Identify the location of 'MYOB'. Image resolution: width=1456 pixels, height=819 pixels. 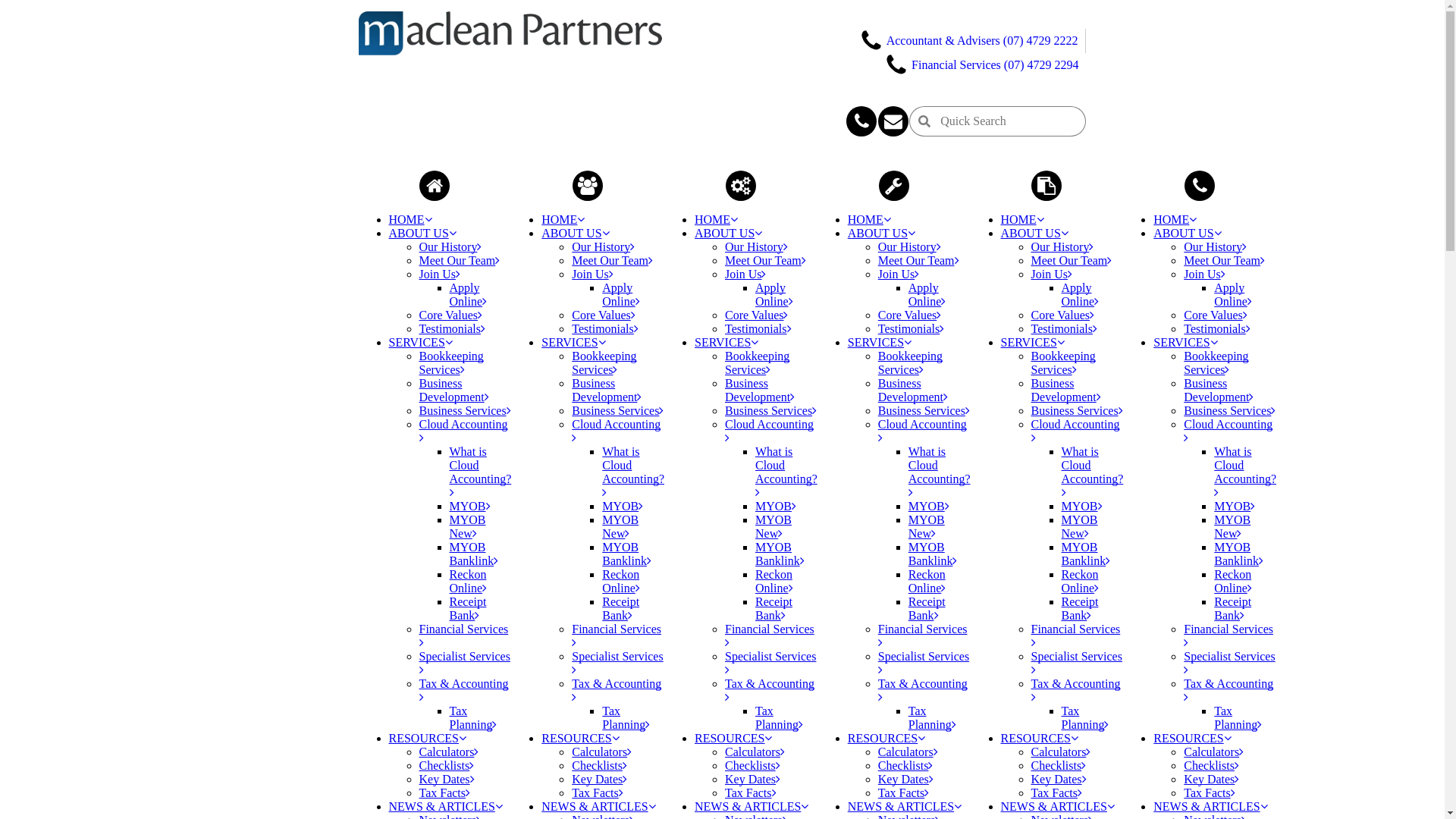
(469, 506).